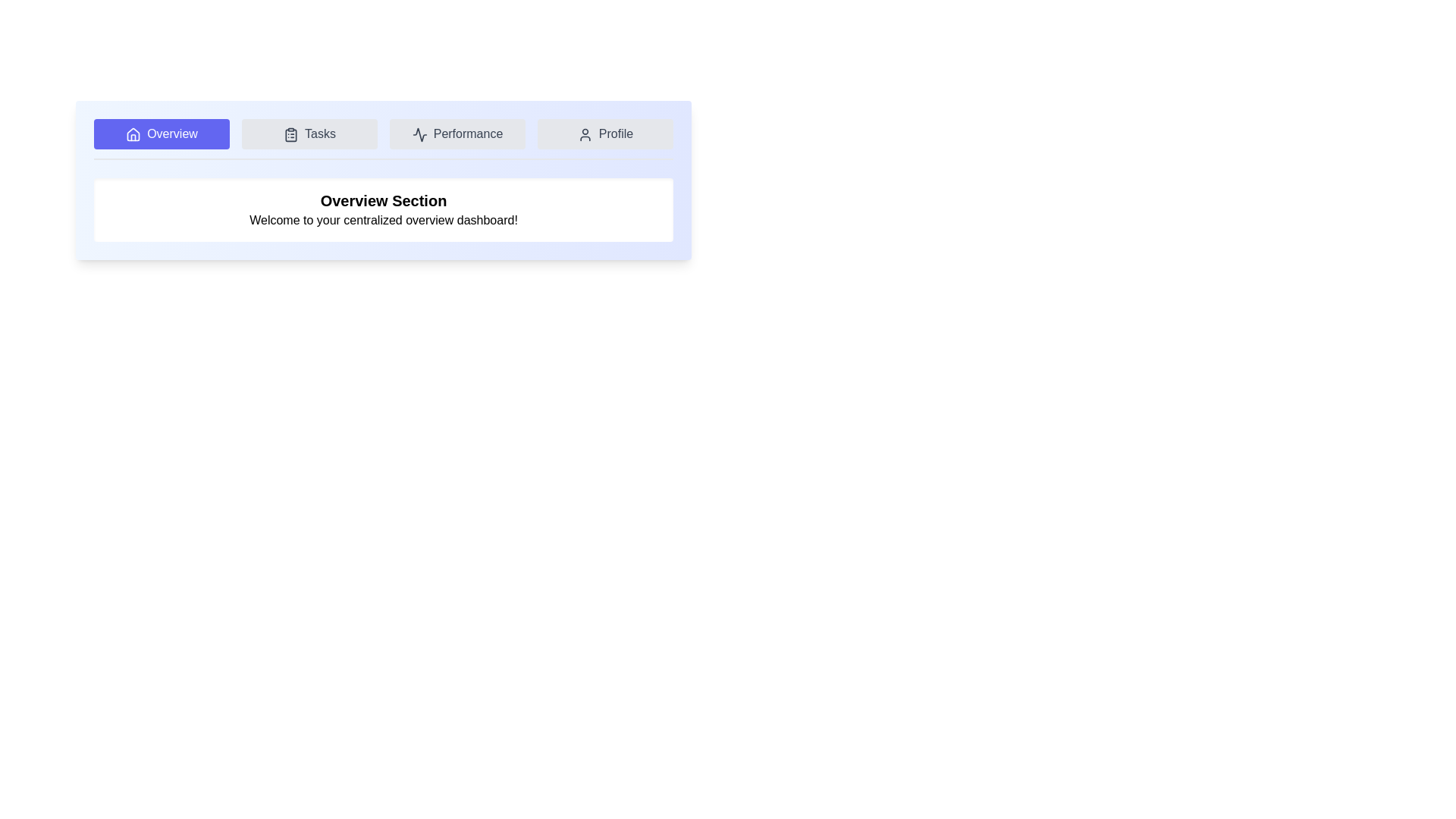  I want to click on the 'Overview Section' which contains a bold title and a description text, located centrally below the header navigation menu, so click(383, 210).